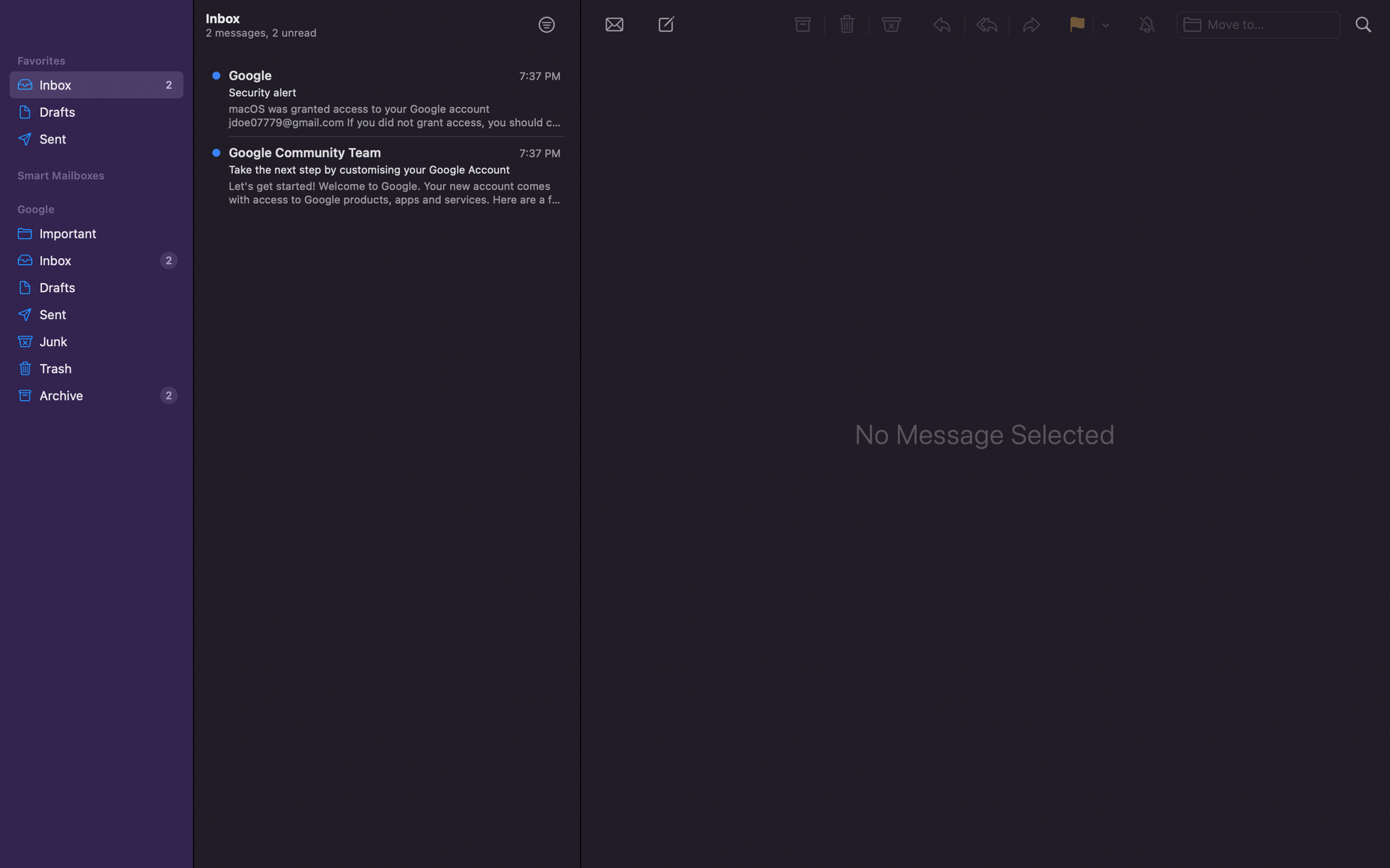  Describe the element at coordinates (98, 140) in the screenshot. I see `the option to view the dispatched emails` at that location.